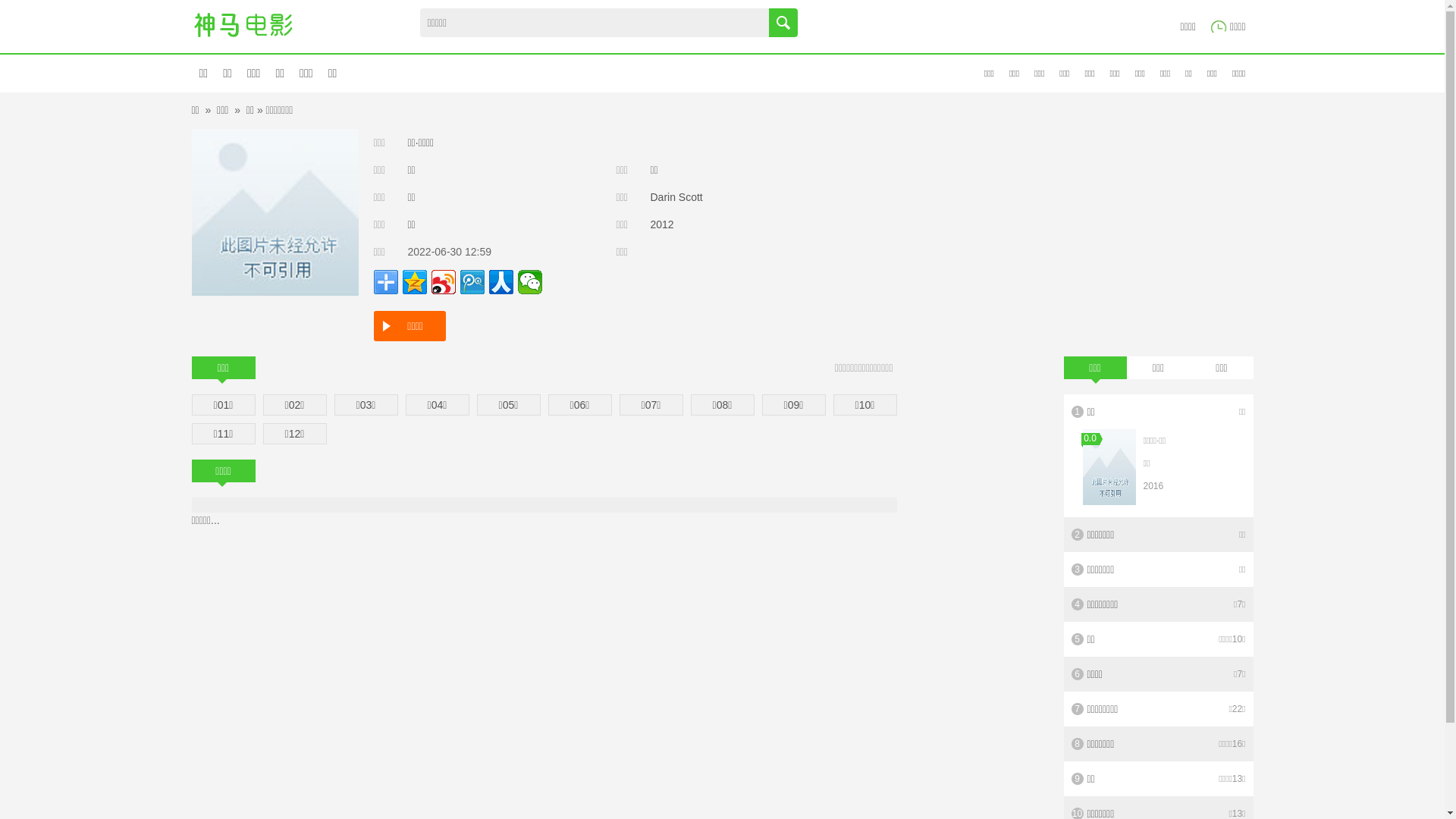 Image resolution: width=1456 pixels, height=819 pixels. I want to click on '2012', so click(662, 224).